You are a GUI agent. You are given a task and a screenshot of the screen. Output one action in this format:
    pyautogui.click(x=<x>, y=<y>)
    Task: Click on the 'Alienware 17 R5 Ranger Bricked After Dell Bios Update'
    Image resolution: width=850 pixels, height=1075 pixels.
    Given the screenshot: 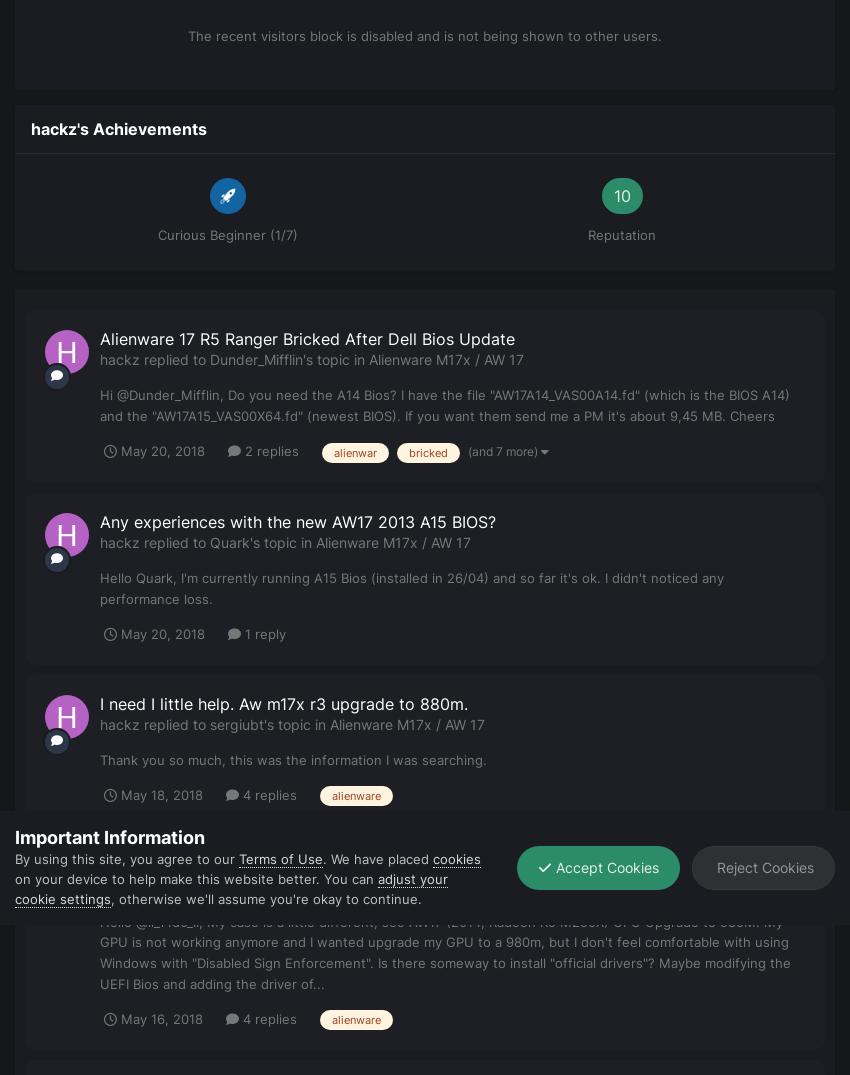 What is the action you would take?
    pyautogui.click(x=307, y=337)
    